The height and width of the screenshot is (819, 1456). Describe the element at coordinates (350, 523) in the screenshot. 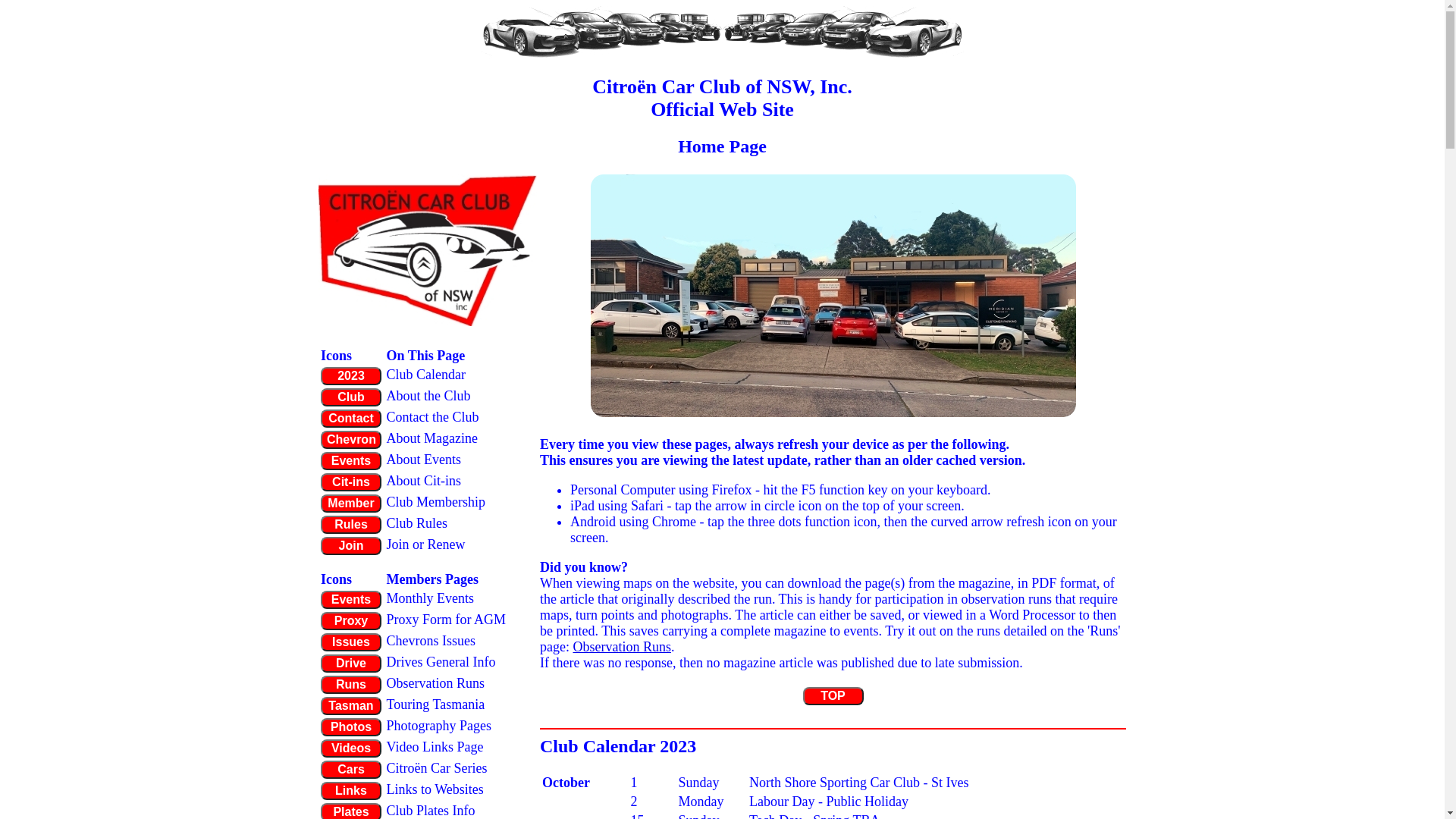

I see `'Rules'` at that location.